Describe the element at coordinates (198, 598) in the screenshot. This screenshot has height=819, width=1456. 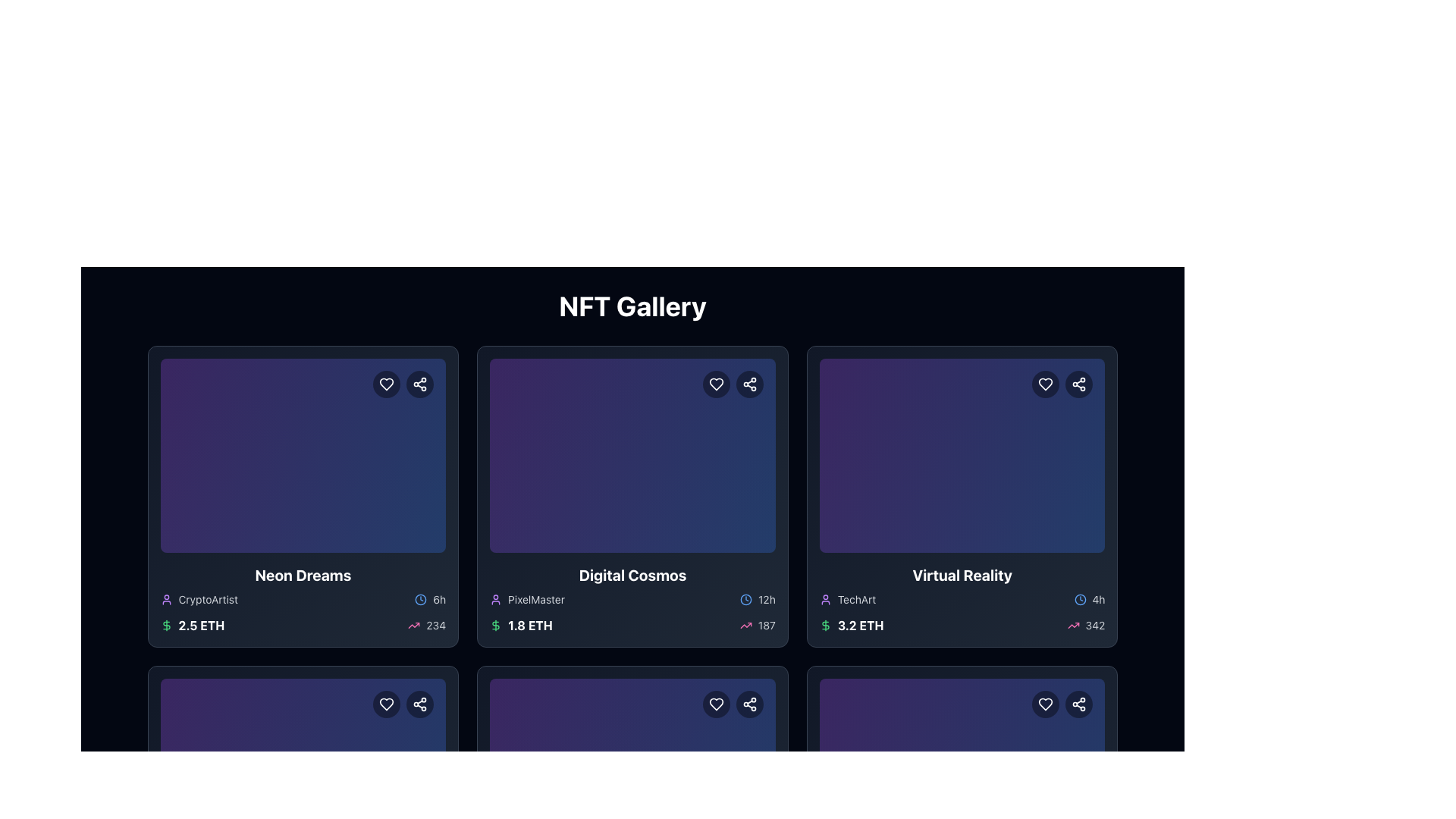
I see `the text label 'CryptoArtist' which is styled with a small purple user icon to its left, located in the bottom-left corner of the NFT card` at that location.